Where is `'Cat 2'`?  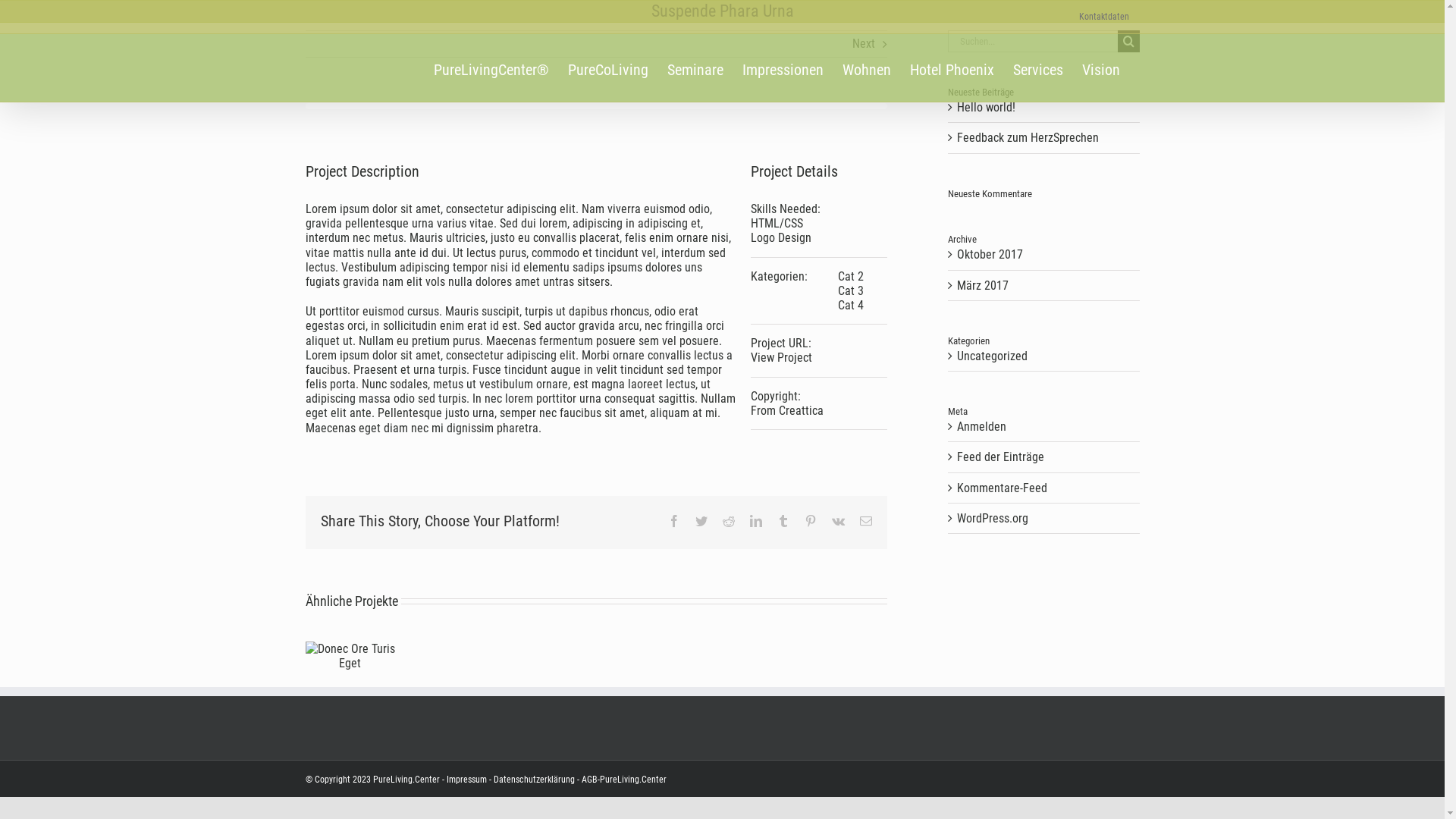 'Cat 2' is located at coordinates (851, 276).